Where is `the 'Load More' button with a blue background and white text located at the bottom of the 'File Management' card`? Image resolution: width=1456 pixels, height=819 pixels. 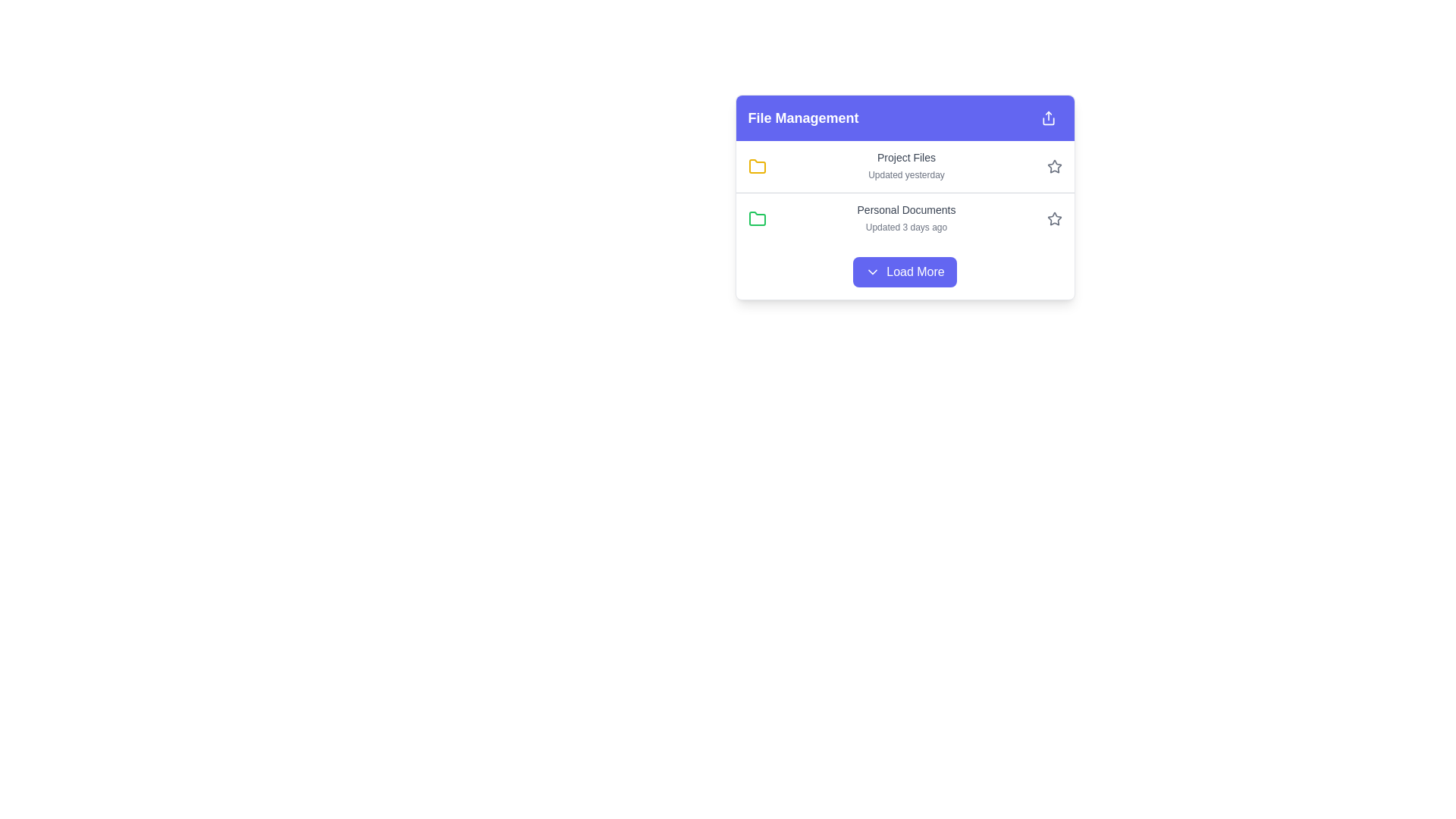 the 'Load More' button with a blue background and white text located at the bottom of the 'File Management' card is located at coordinates (905, 271).